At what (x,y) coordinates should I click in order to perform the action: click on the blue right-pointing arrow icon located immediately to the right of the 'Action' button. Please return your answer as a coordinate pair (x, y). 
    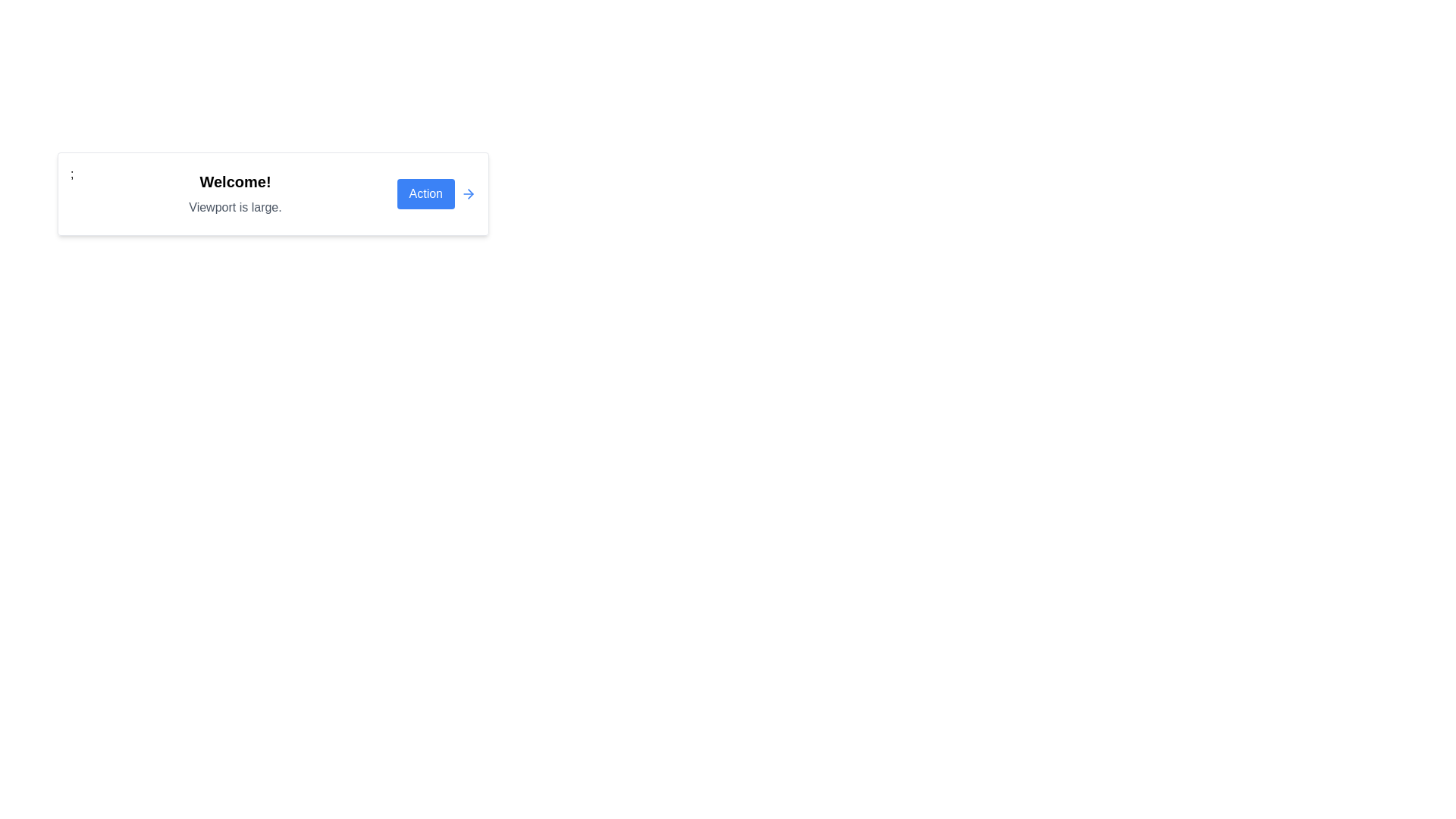
    Looking at the image, I should click on (468, 193).